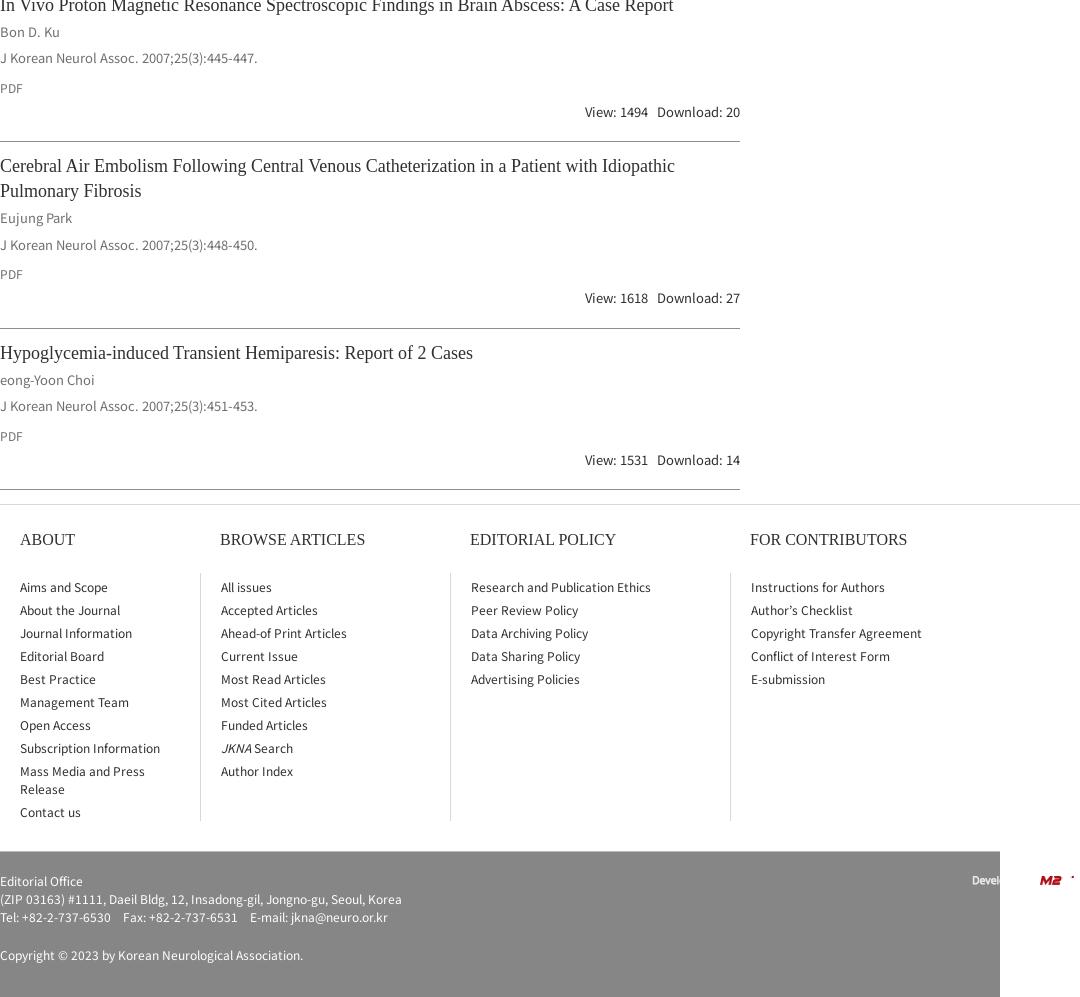 This screenshot has width=1080, height=997. What do you see at coordinates (524, 655) in the screenshot?
I see `'Data Sharing Policy'` at bounding box center [524, 655].